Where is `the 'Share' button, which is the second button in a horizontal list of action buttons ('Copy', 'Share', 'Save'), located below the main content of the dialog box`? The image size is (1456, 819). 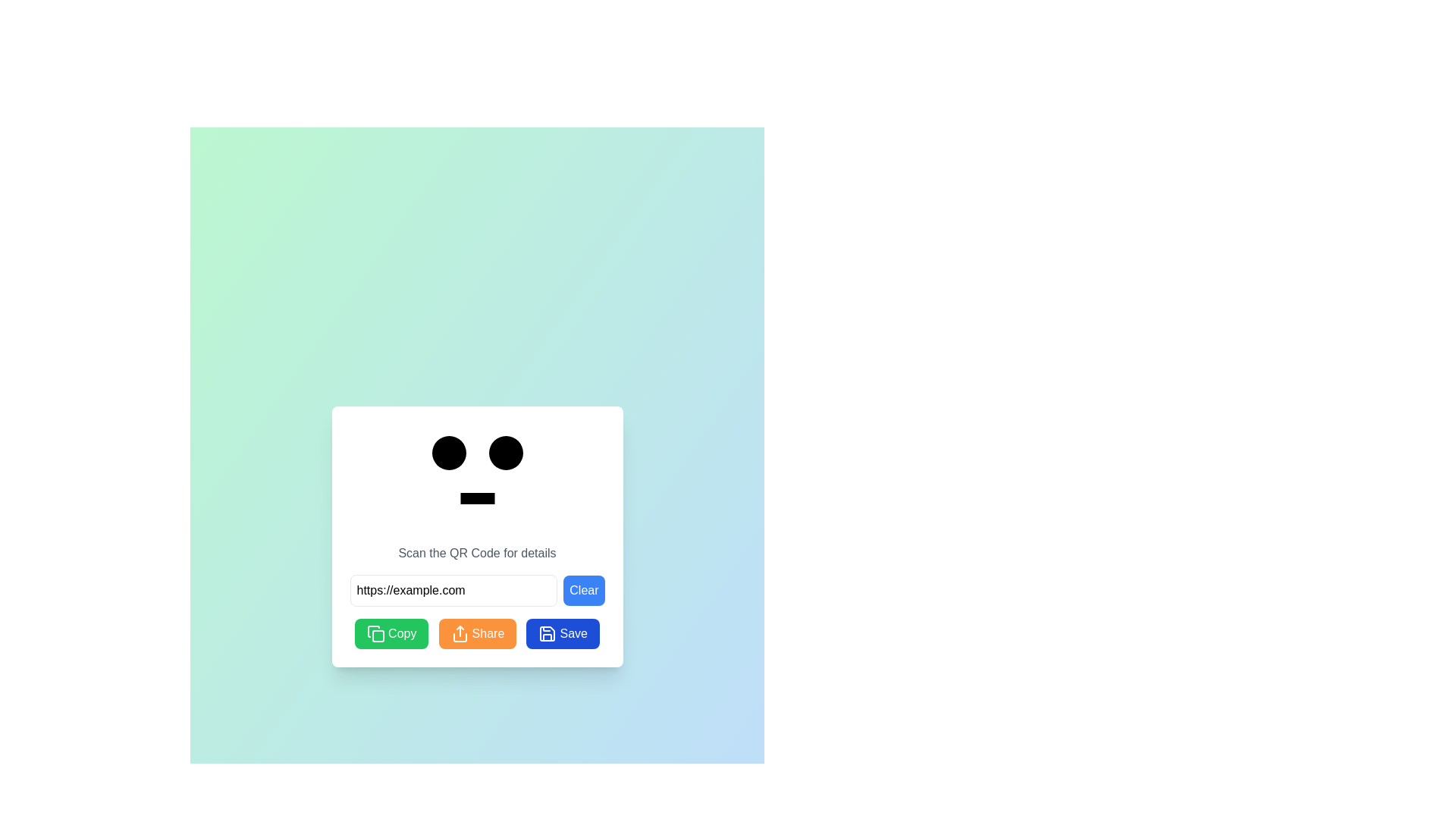 the 'Share' button, which is the second button in a horizontal list of action buttons ('Copy', 'Share', 'Save'), located below the main content of the dialog box is located at coordinates (476, 634).